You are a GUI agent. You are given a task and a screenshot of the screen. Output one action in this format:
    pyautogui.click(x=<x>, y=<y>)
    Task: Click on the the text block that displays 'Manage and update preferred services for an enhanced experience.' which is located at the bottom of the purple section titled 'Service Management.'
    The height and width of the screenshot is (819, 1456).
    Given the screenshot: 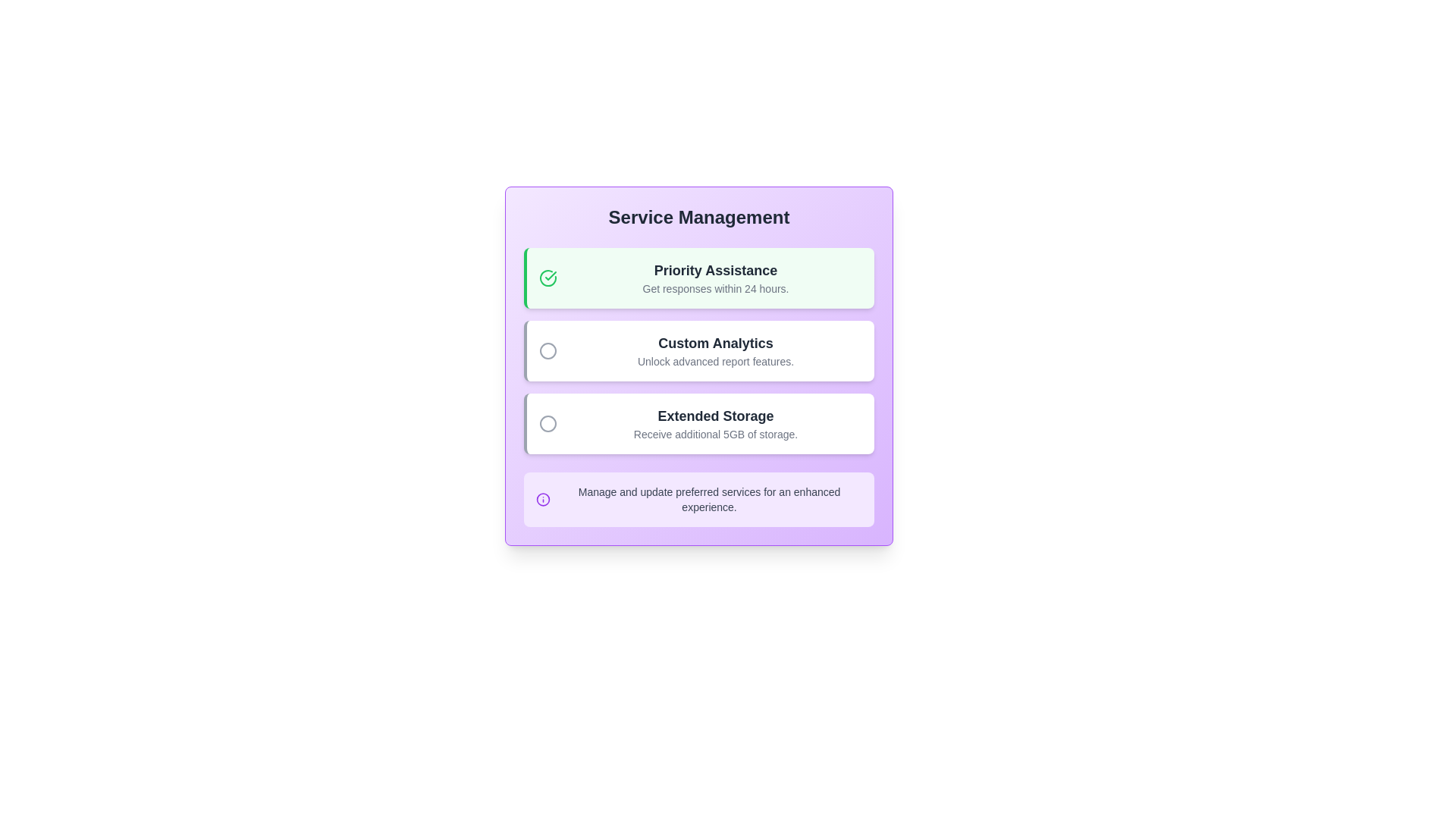 What is the action you would take?
    pyautogui.click(x=708, y=500)
    